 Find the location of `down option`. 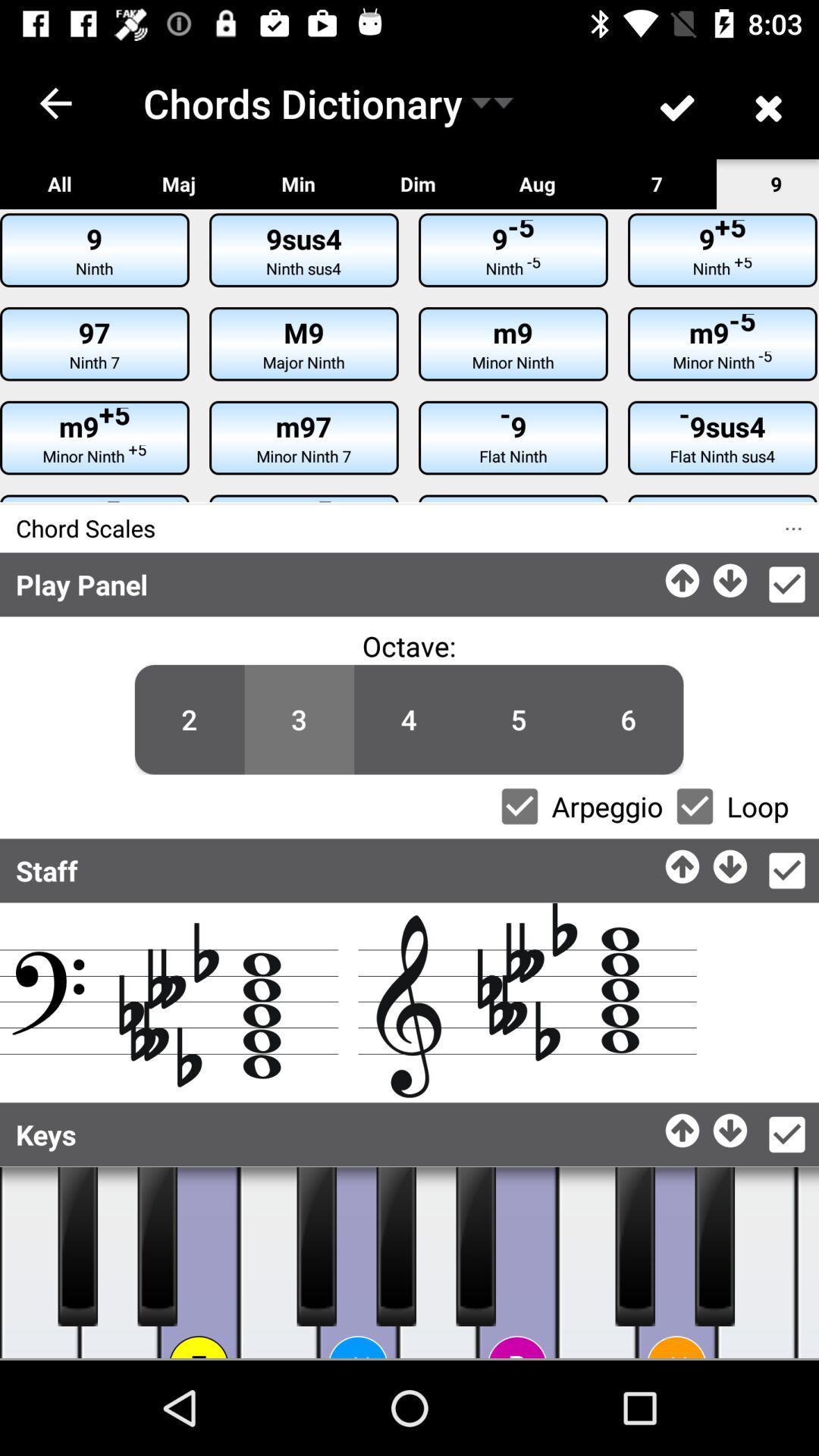

down option is located at coordinates (730, 1126).